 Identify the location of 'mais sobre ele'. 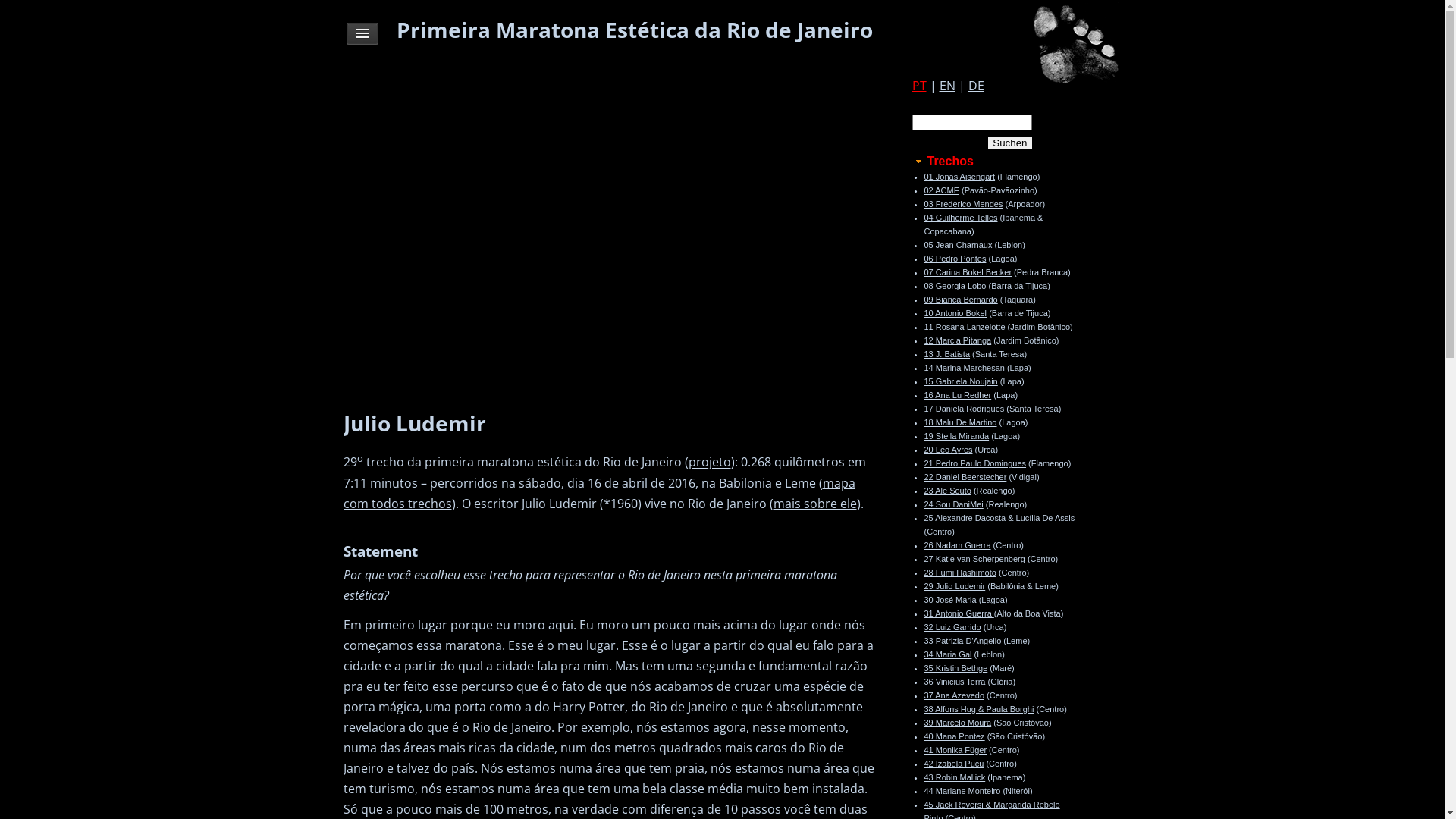
(814, 503).